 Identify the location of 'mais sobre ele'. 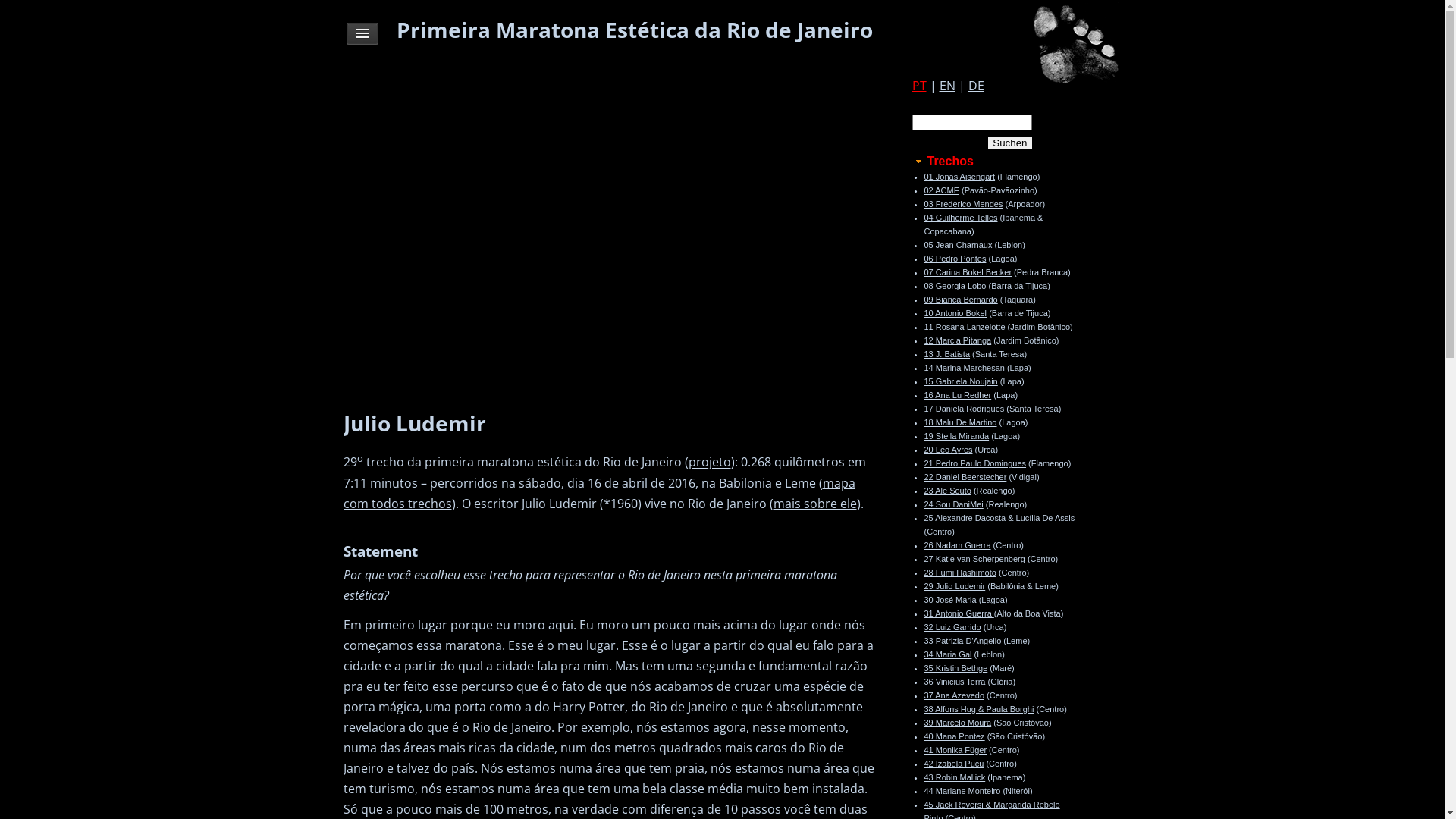
(814, 503).